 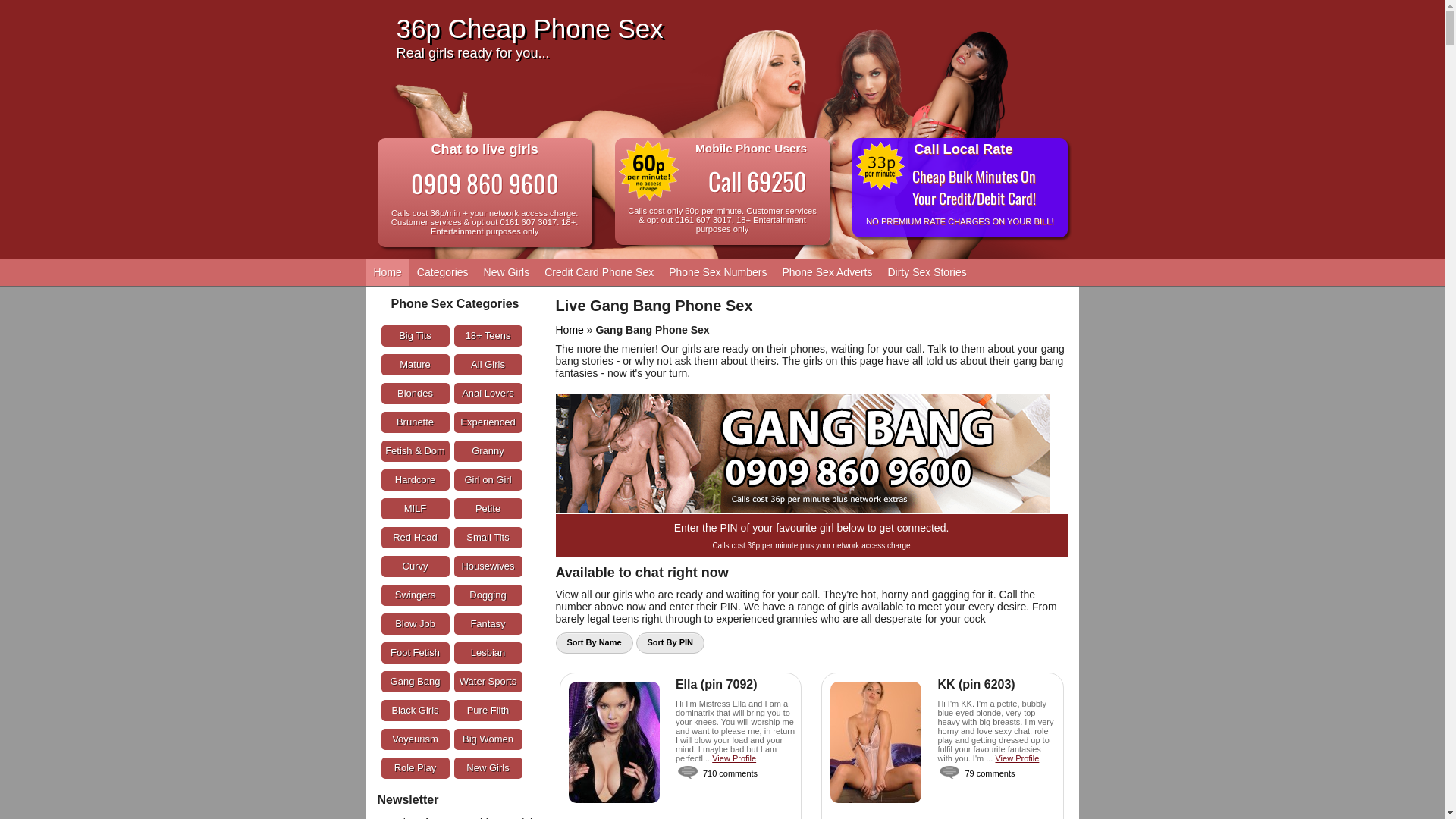 What do you see at coordinates (415, 479) in the screenshot?
I see `'Hardcore'` at bounding box center [415, 479].